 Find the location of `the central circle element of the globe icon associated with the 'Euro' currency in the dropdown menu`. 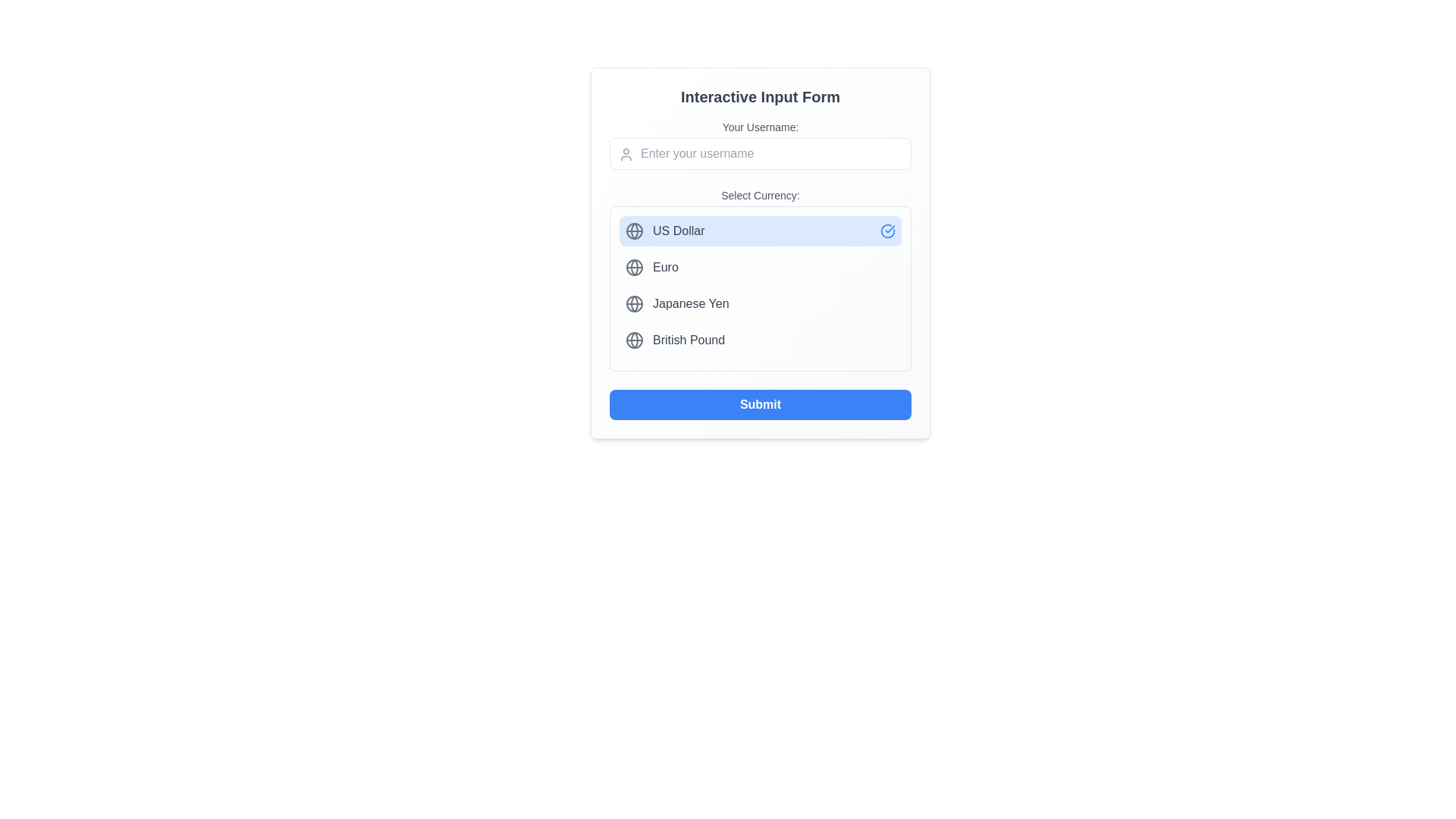

the central circle element of the globe icon associated with the 'Euro' currency in the dropdown menu is located at coordinates (634, 267).